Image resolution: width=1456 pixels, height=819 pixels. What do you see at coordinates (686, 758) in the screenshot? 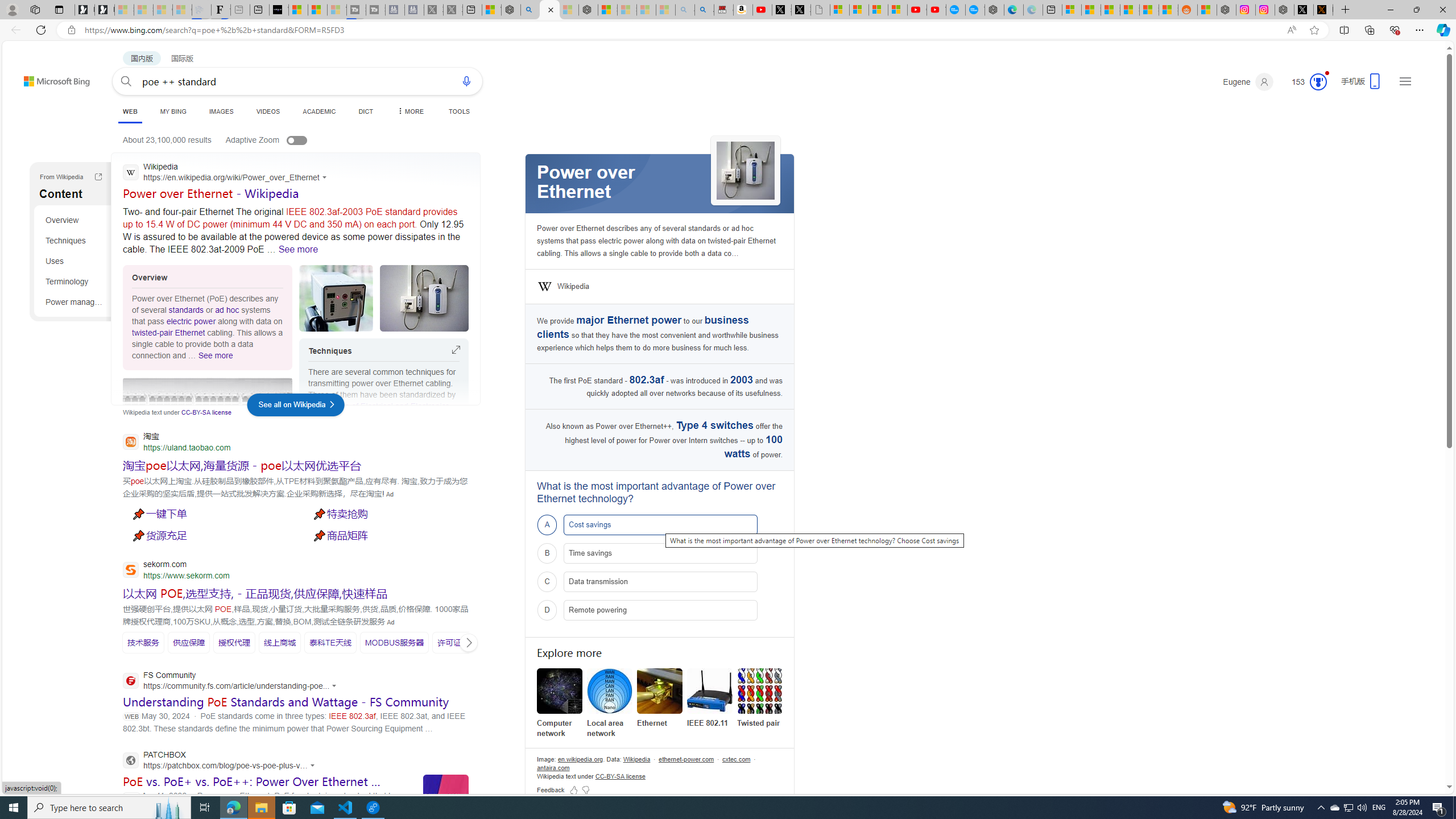
I see `'Data attribution ethernet-power.com'` at bounding box center [686, 758].